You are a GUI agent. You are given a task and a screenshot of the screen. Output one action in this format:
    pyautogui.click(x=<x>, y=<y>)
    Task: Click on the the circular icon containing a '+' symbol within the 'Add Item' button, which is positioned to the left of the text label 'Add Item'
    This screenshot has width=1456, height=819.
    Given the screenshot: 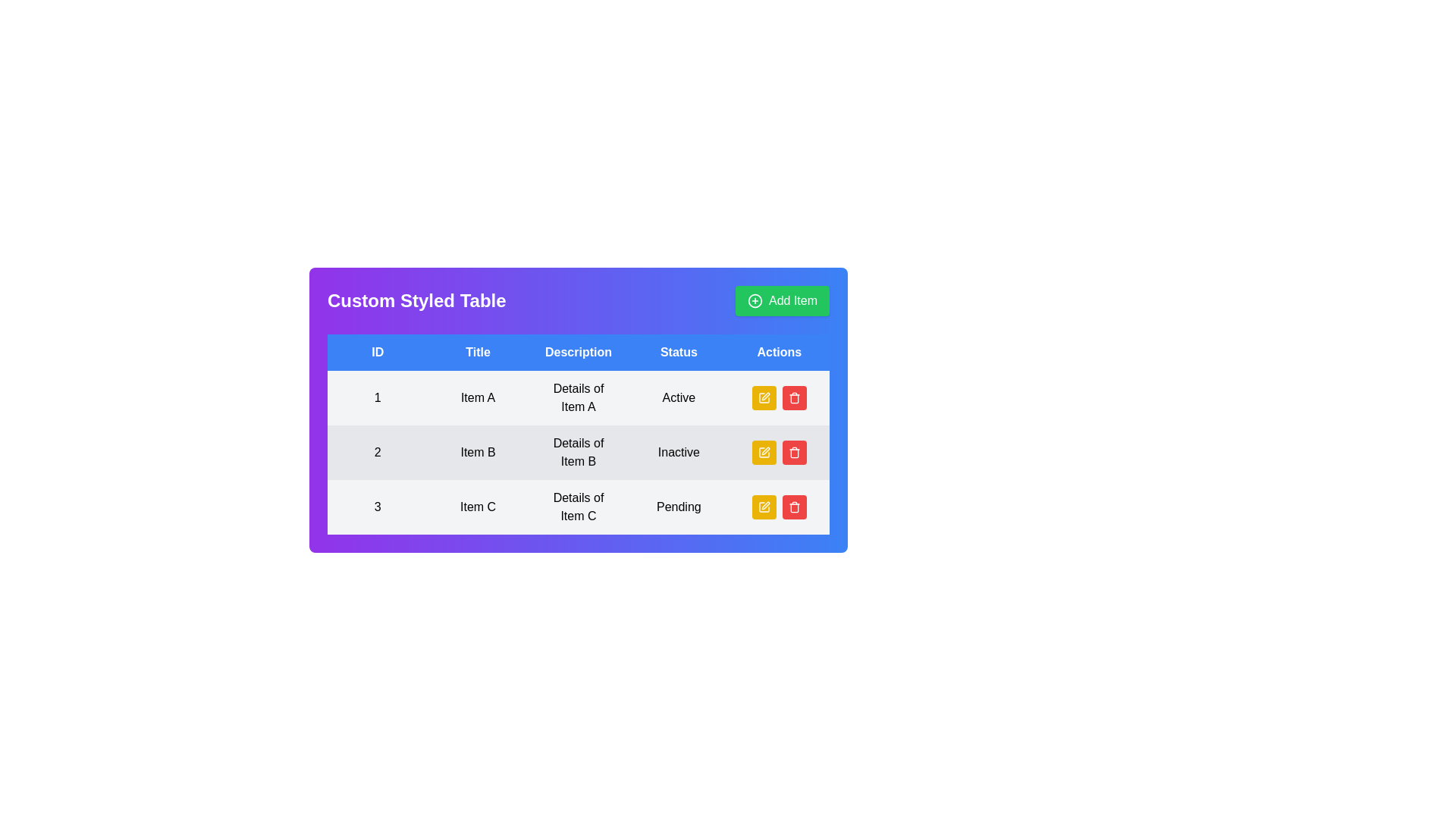 What is the action you would take?
    pyautogui.click(x=755, y=301)
    